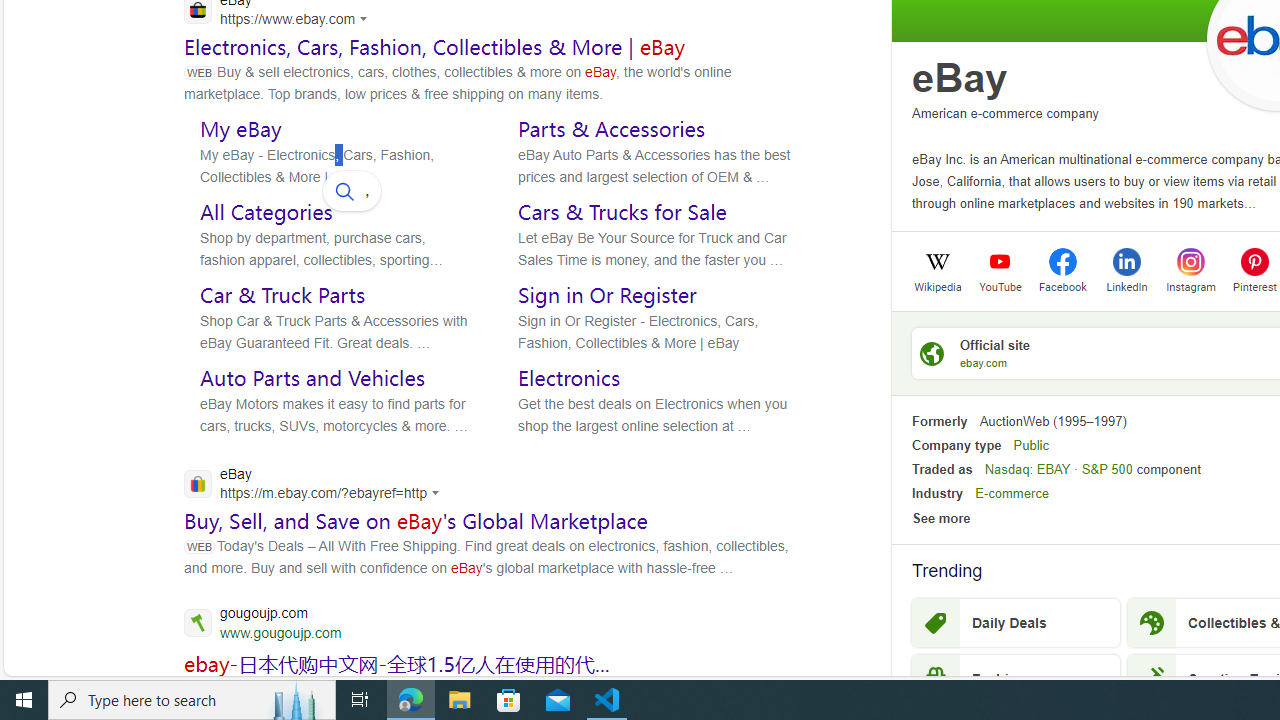 This screenshot has width=1280, height=720. Describe the element at coordinates (1031, 444) in the screenshot. I see `'Public'` at that location.